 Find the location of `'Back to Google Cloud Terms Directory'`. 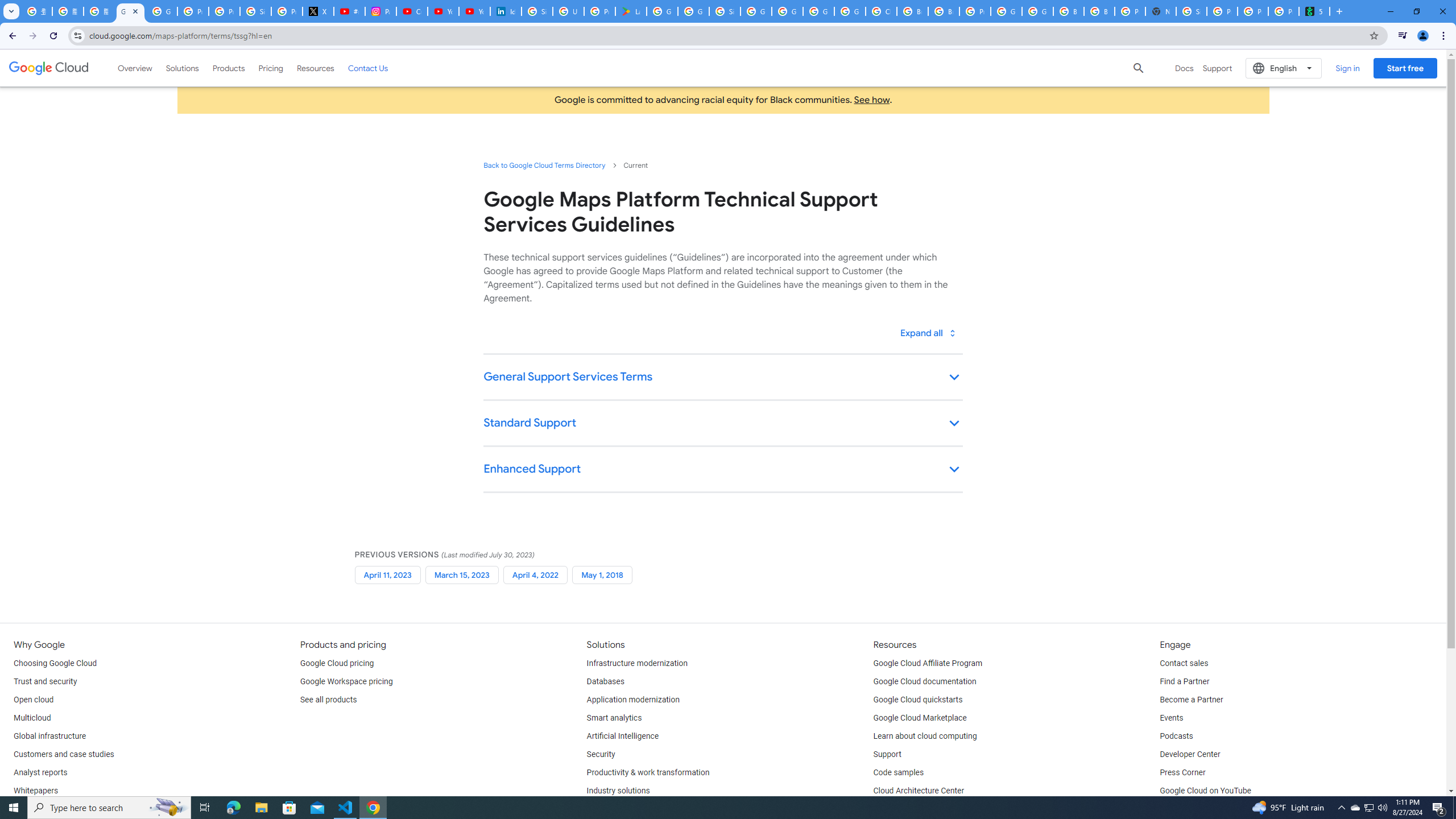

'Back to Google Cloud Terms Directory' is located at coordinates (544, 165).